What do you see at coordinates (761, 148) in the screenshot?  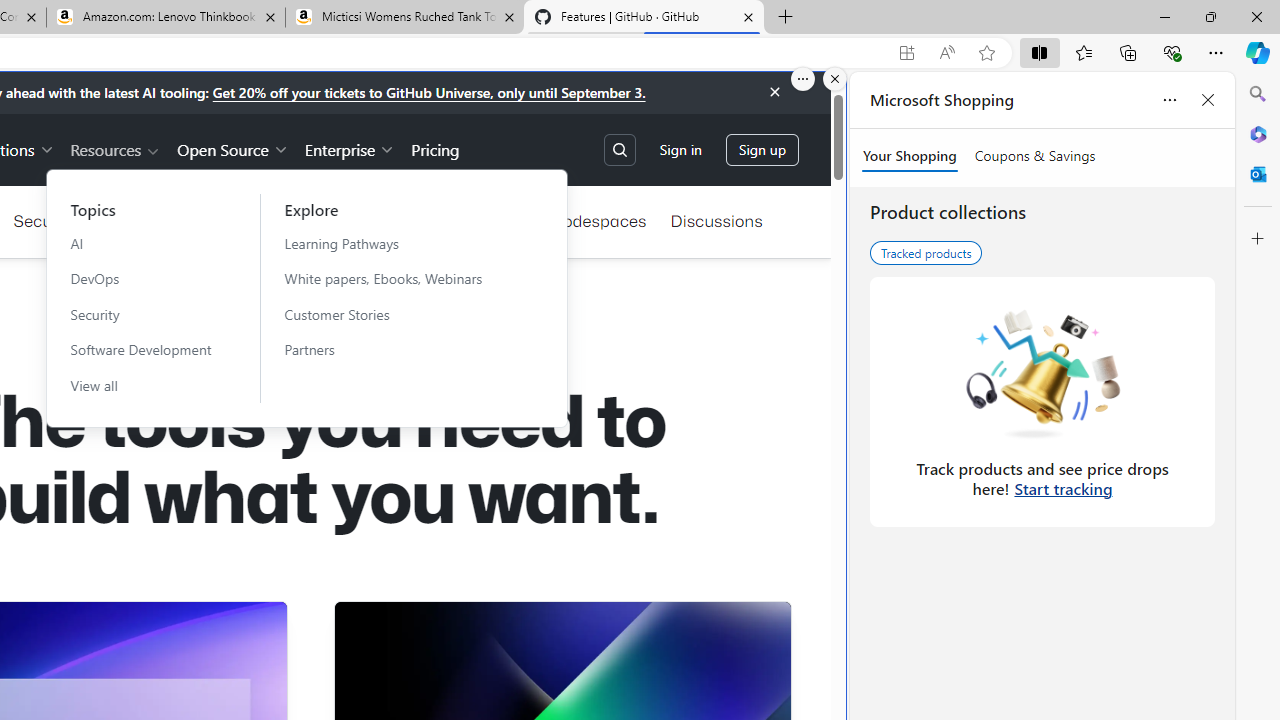 I see `'Sign up'` at bounding box center [761, 148].